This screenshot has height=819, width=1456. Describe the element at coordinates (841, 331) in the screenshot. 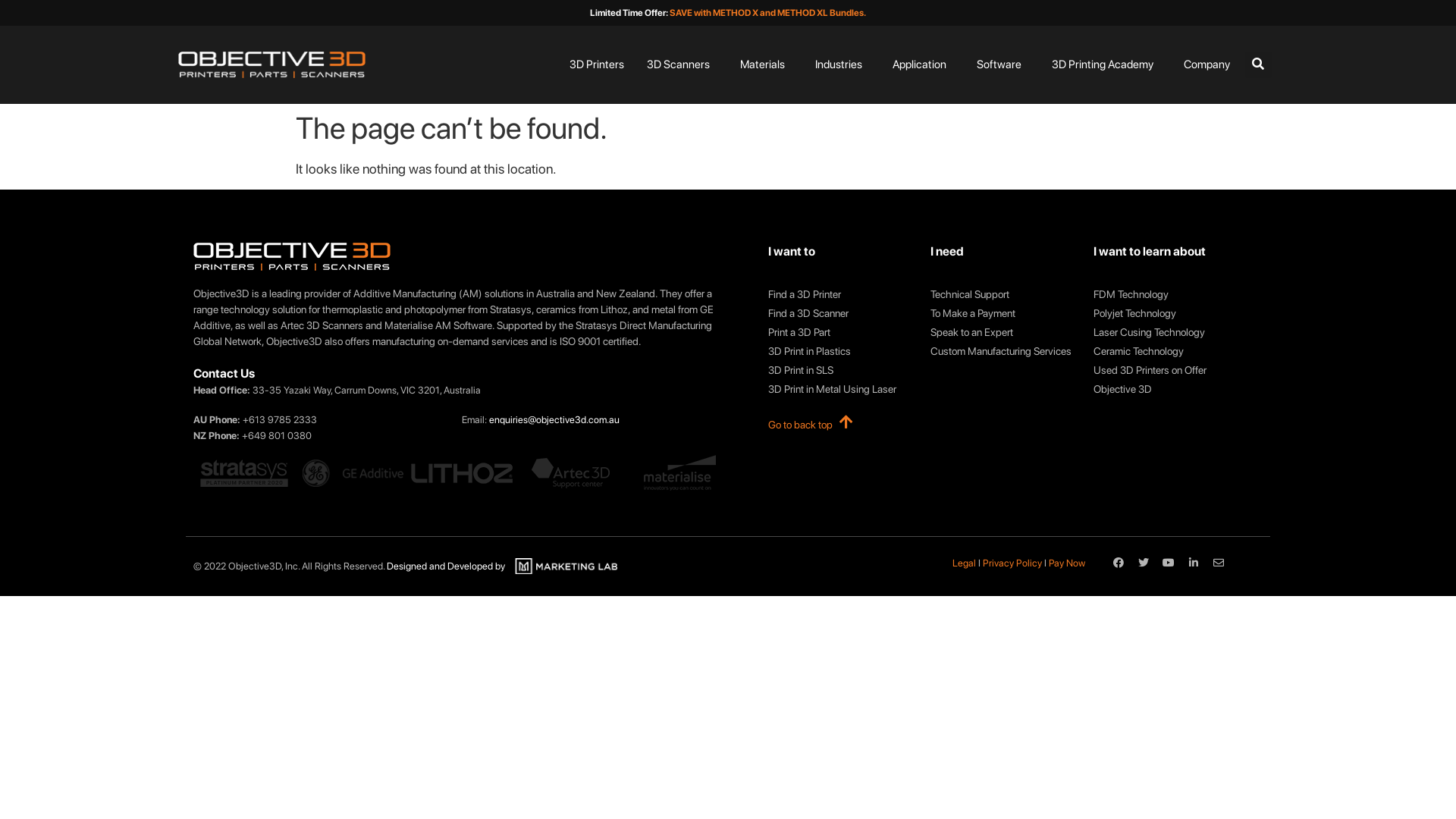

I see `'Print a 3D Part'` at that location.